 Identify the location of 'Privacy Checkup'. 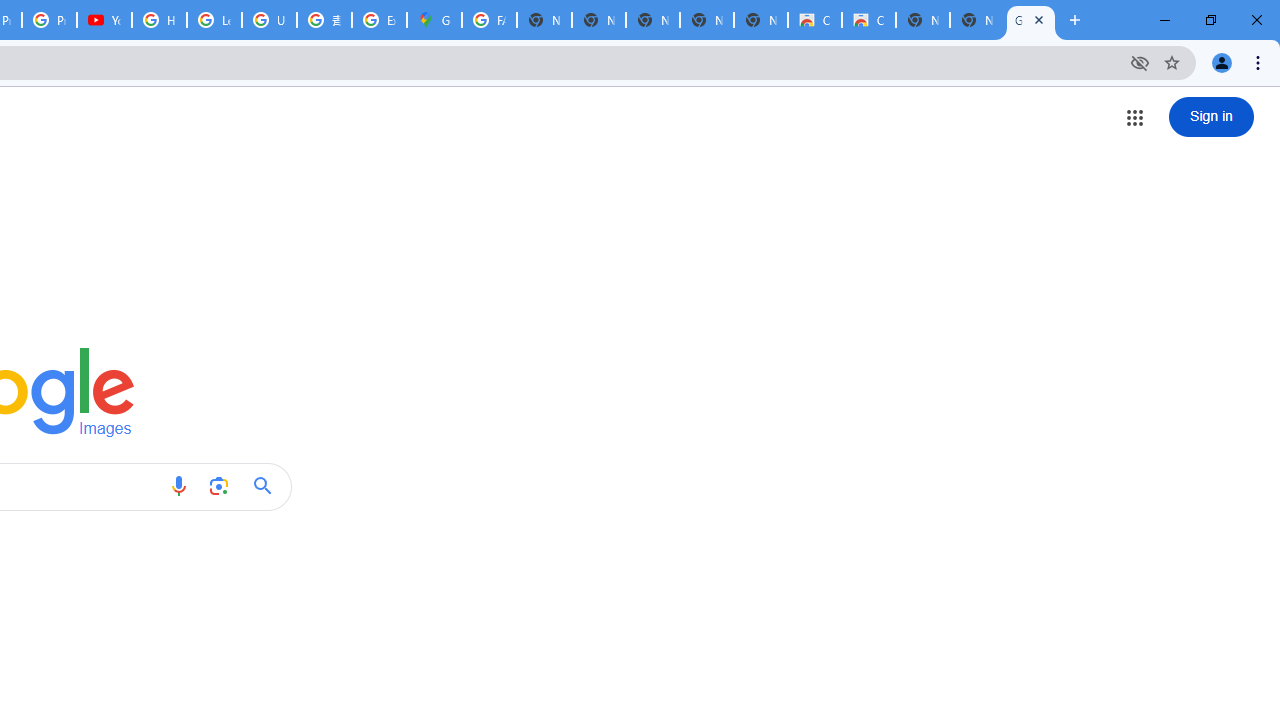
(49, 20).